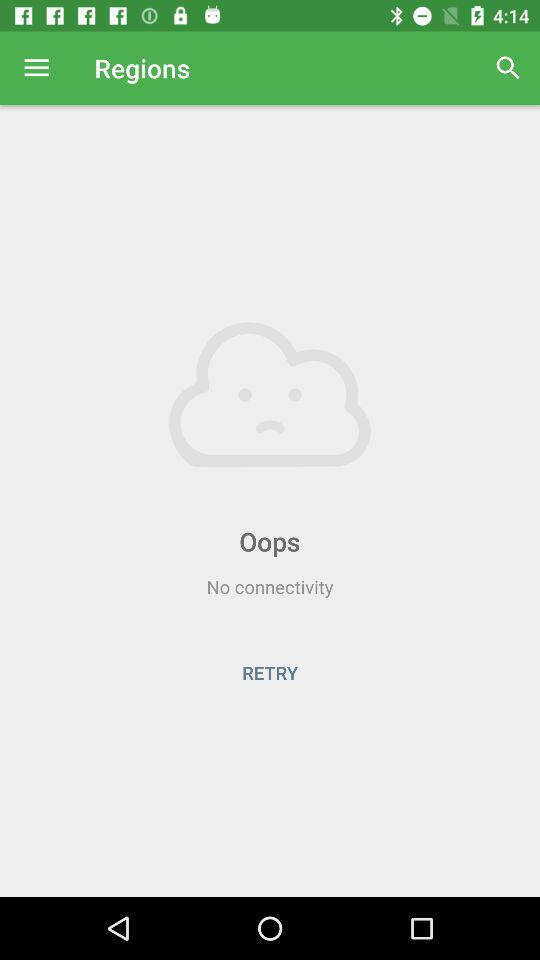 The image size is (540, 960). Describe the element at coordinates (508, 68) in the screenshot. I see `item at the top right corner` at that location.